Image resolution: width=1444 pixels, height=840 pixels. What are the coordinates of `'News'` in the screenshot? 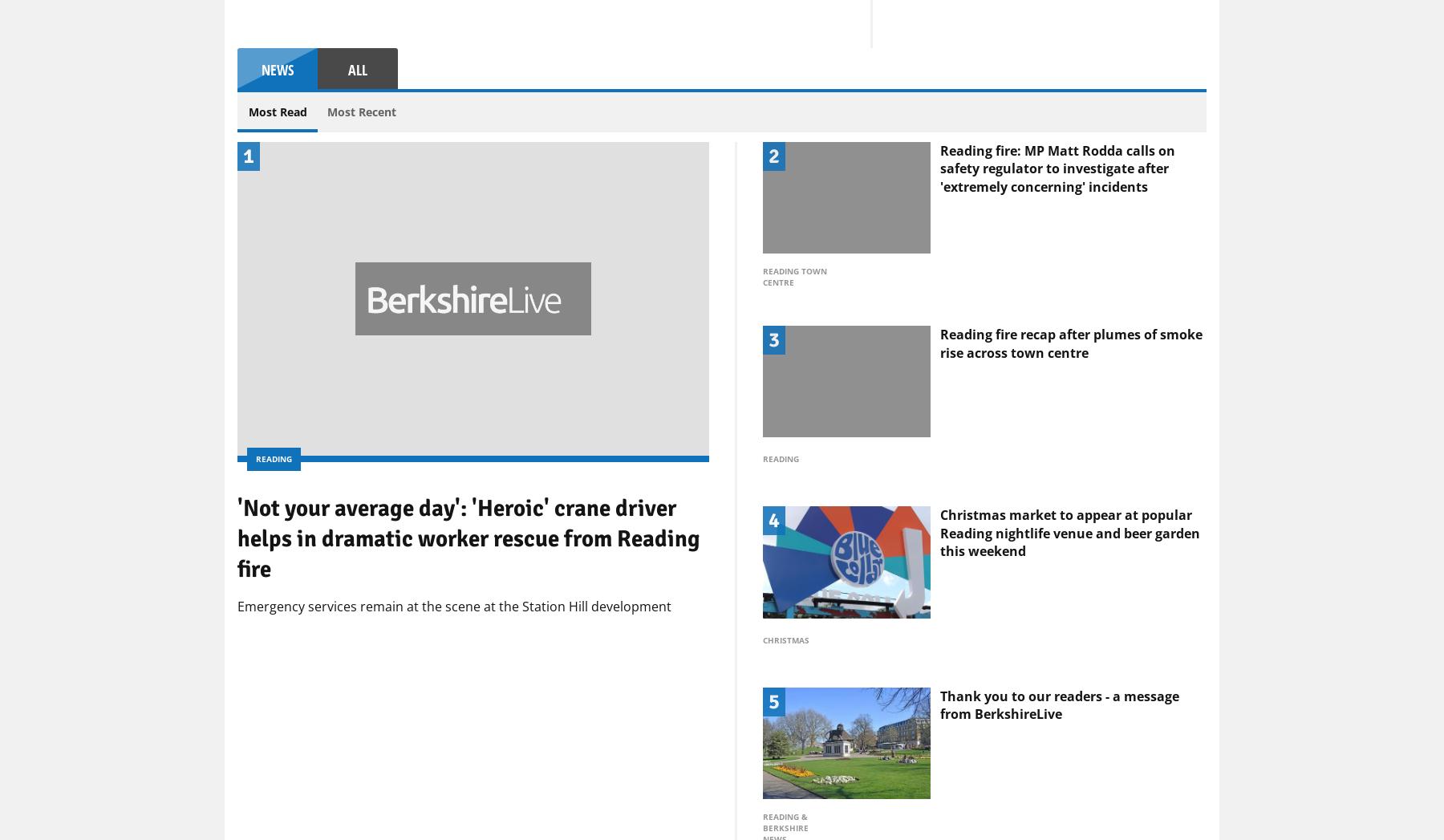 It's located at (277, 197).